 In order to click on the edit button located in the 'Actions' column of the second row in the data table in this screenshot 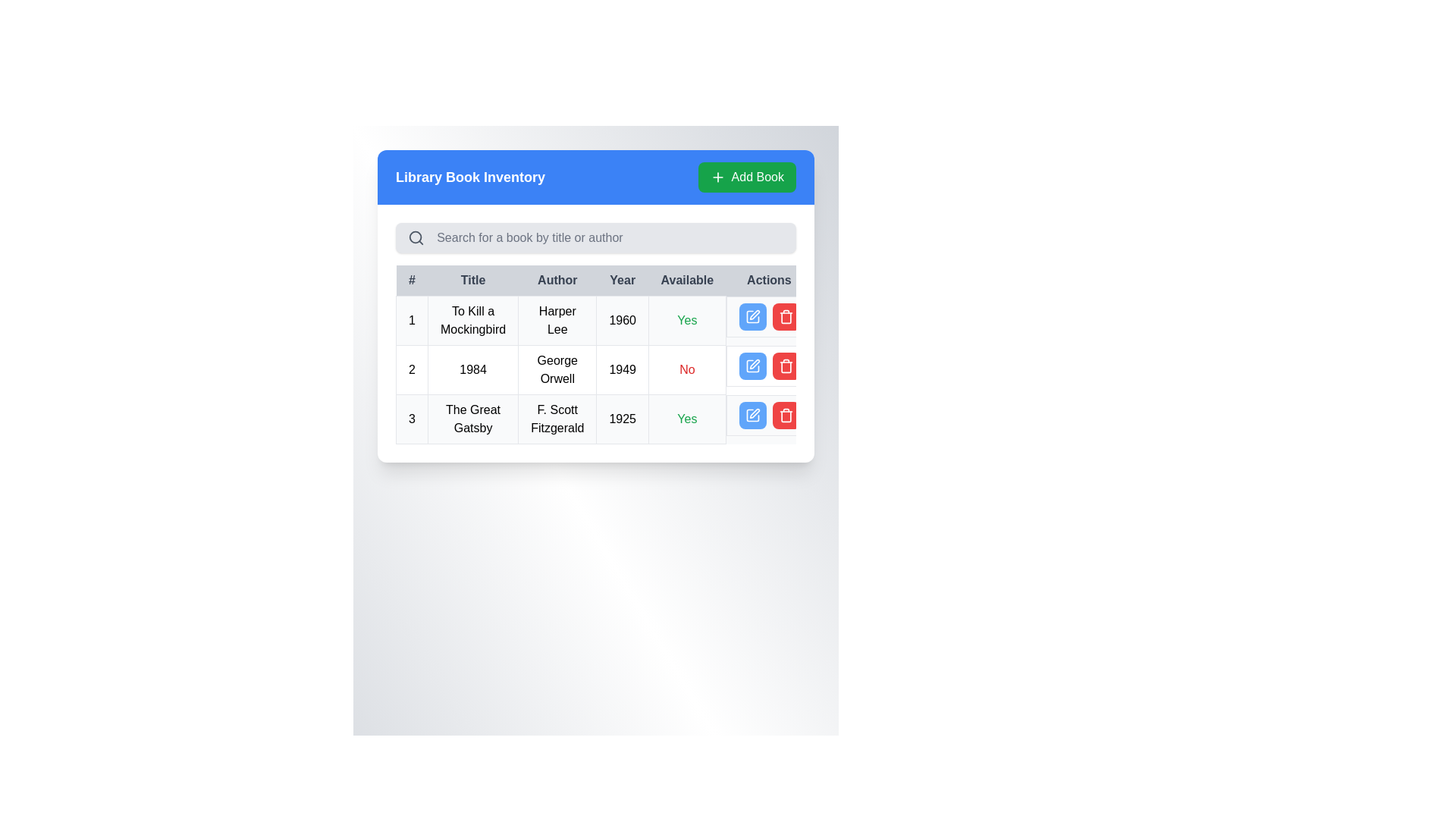, I will do `click(752, 366)`.